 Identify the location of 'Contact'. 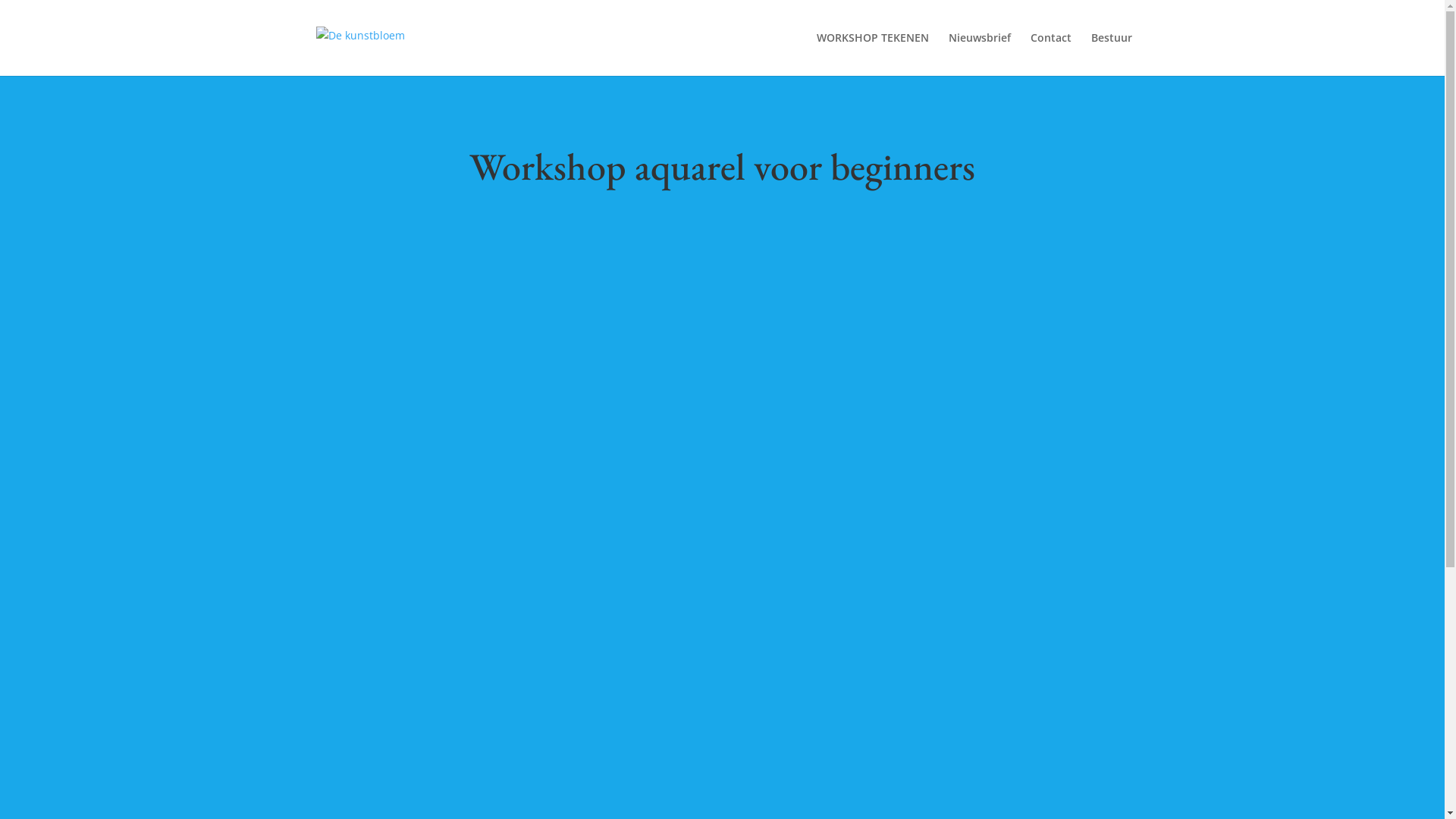
(1050, 53).